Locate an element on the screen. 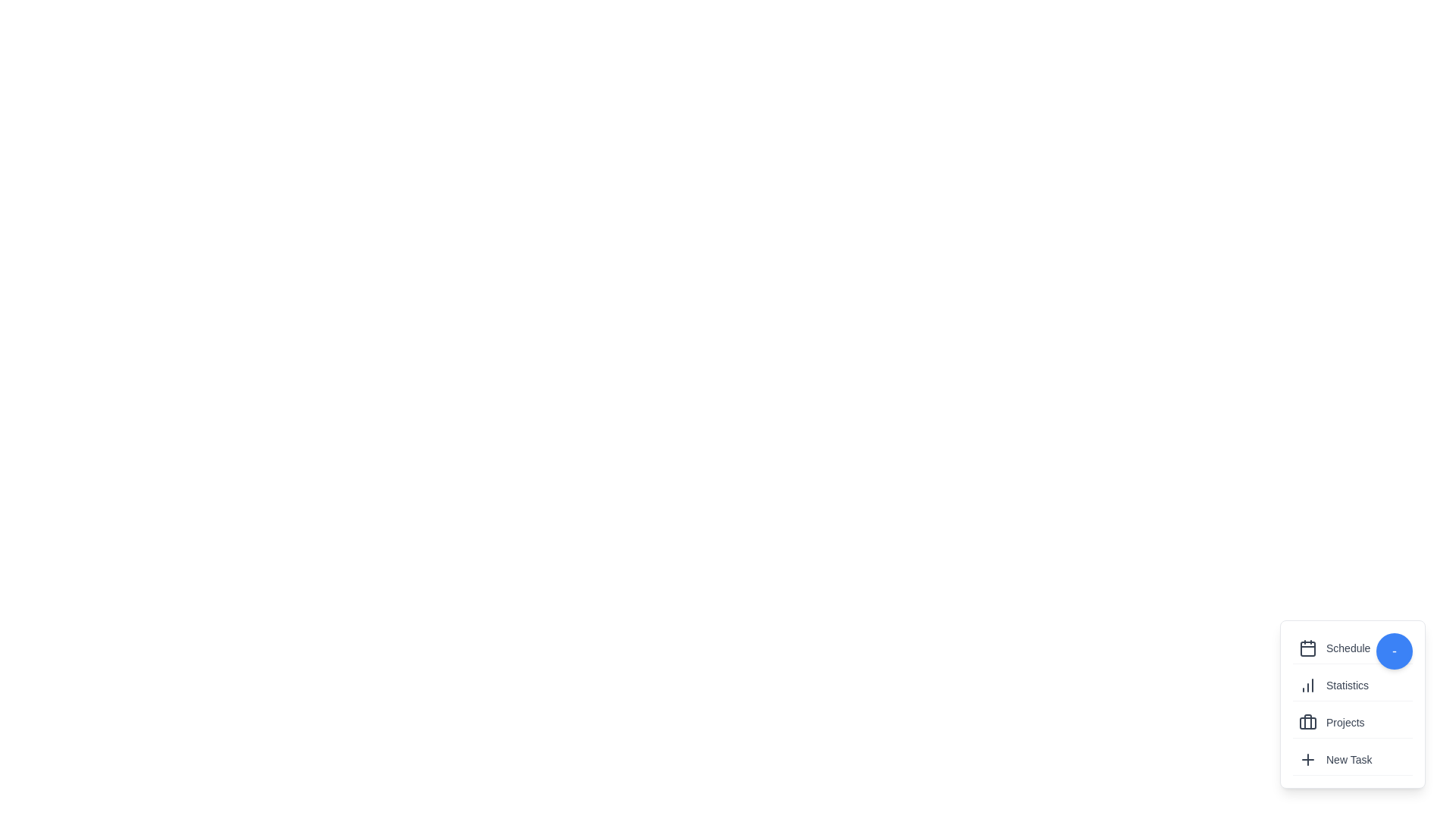 The image size is (1456, 819). the 'Projects' button which features a briefcase icon on the left and dark gray text on the right, positioned as the third item in a vertical menu is located at coordinates (1353, 722).